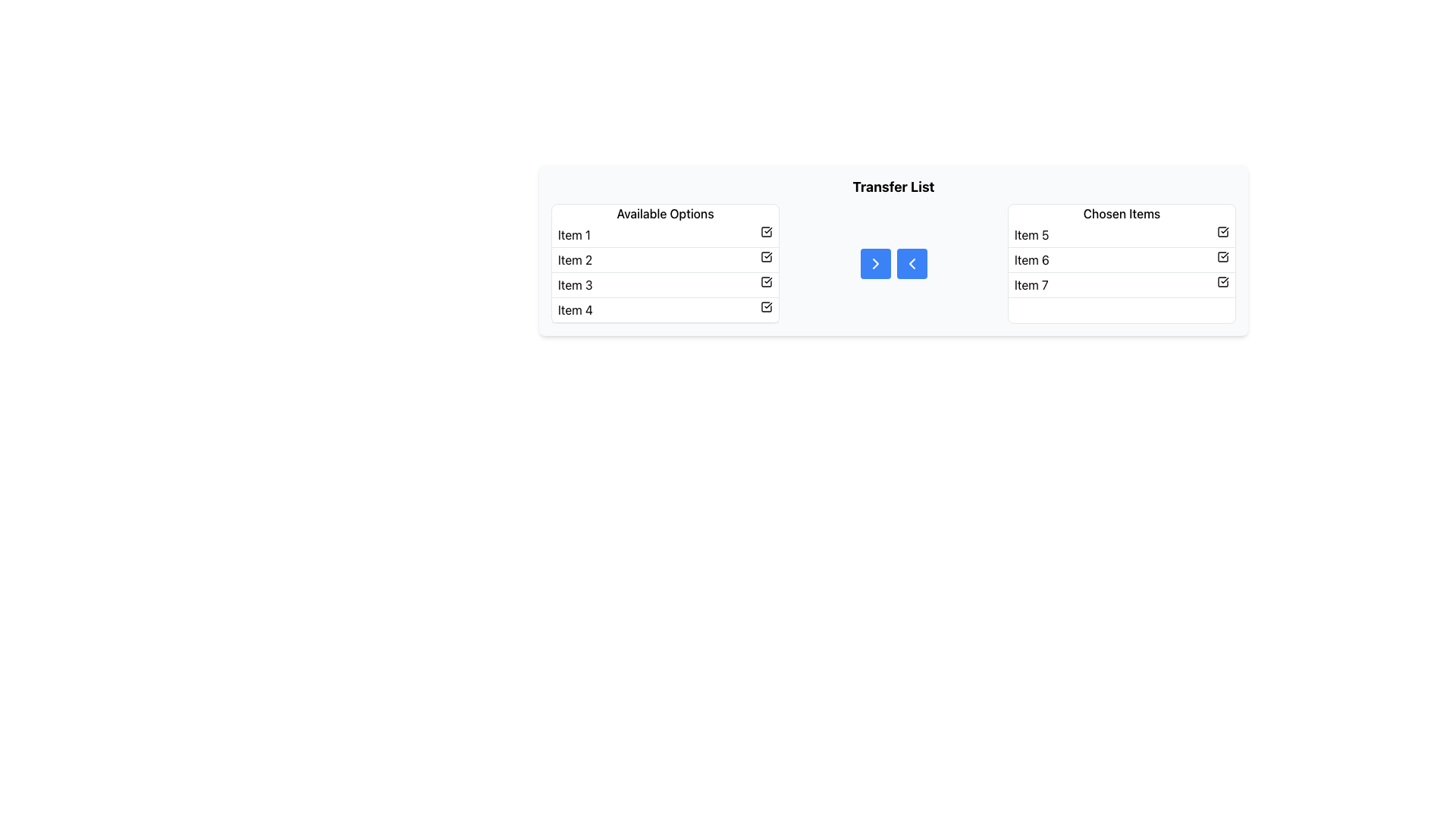 The width and height of the screenshot is (1456, 819). What do you see at coordinates (1222, 256) in the screenshot?
I see `the checkbox indicating the selected state for 'Item 6' in the 'Chosen Items' list` at bounding box center [1222, 256].